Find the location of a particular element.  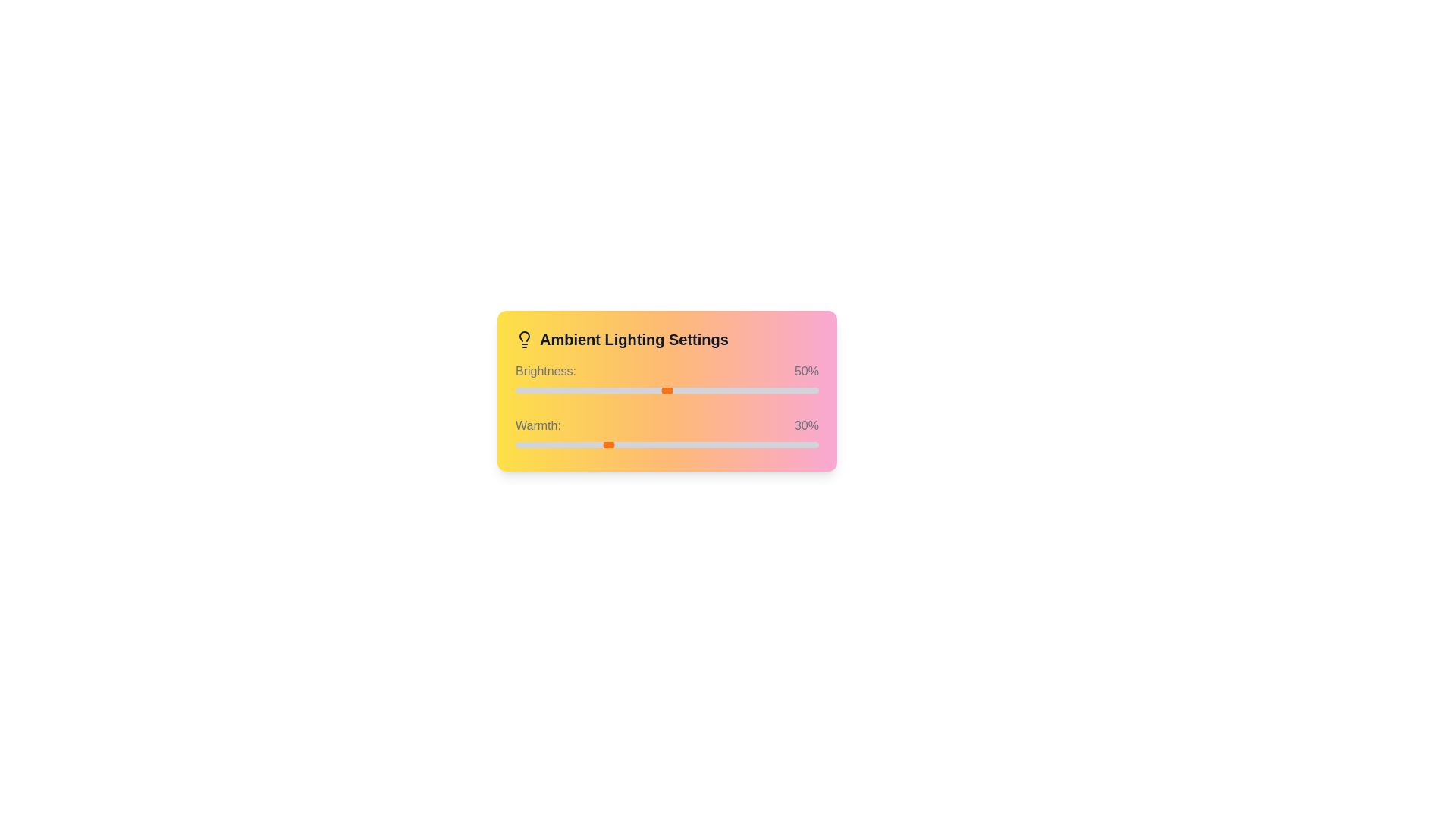

the warmth slider to 26% is located at coordinates (593, 444).